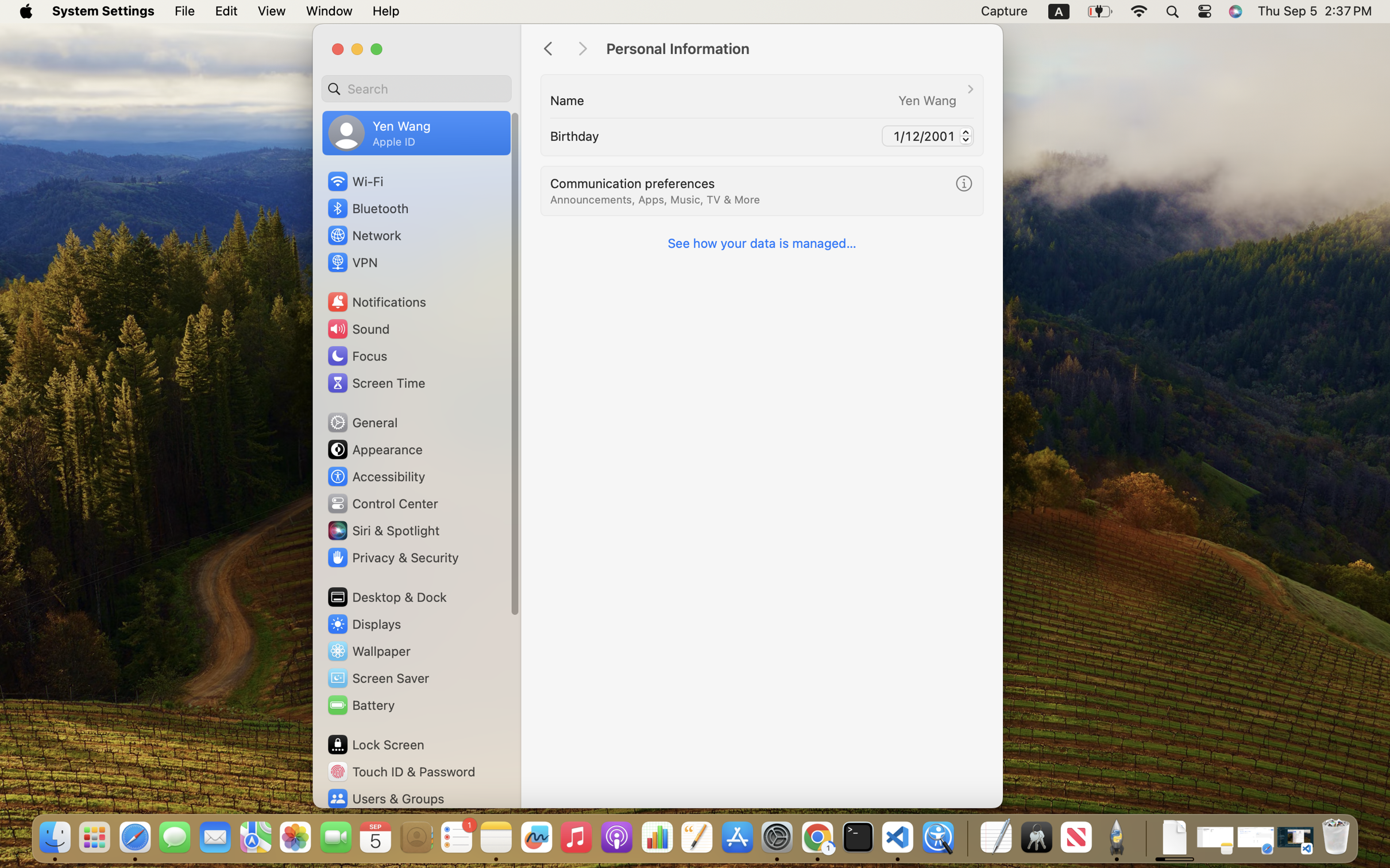 The height and width of the screenshot is (868, 1390). Describe the element at coordinates (376, 382) in the screenshot. I see `'Screen Time'` at that location.